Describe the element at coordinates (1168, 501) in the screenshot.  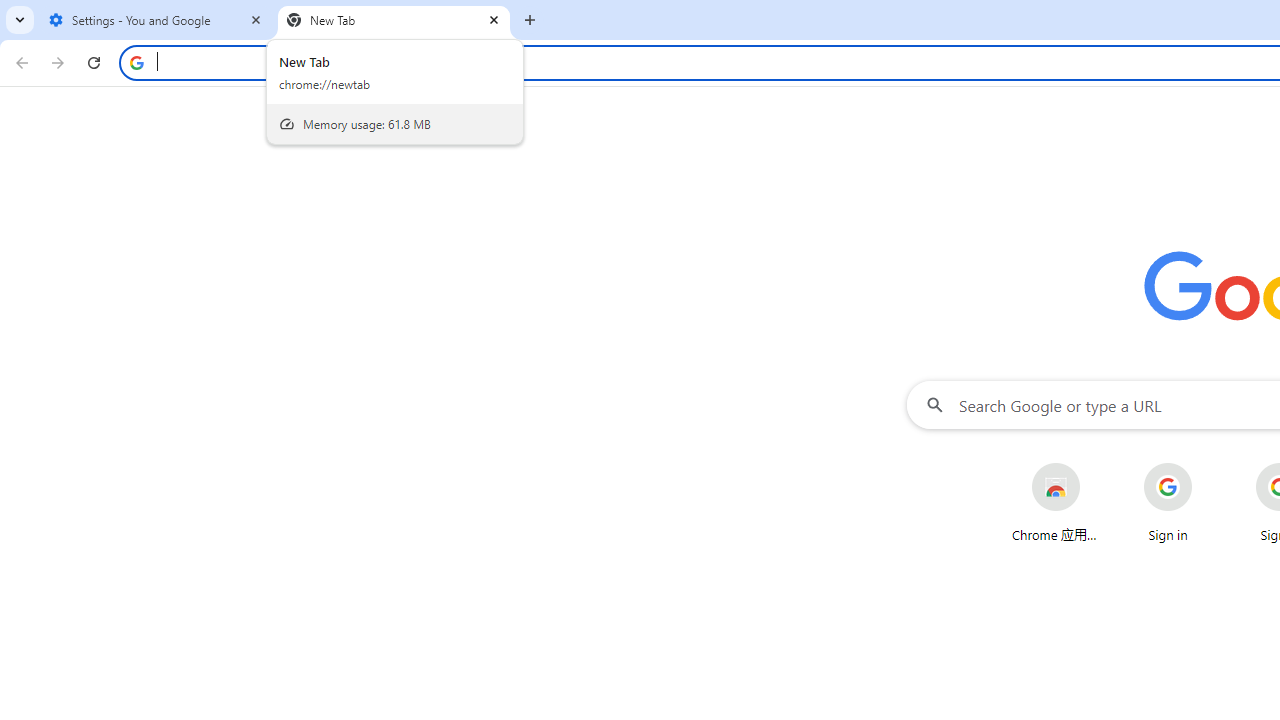
I see `'Sign in'` at that location.